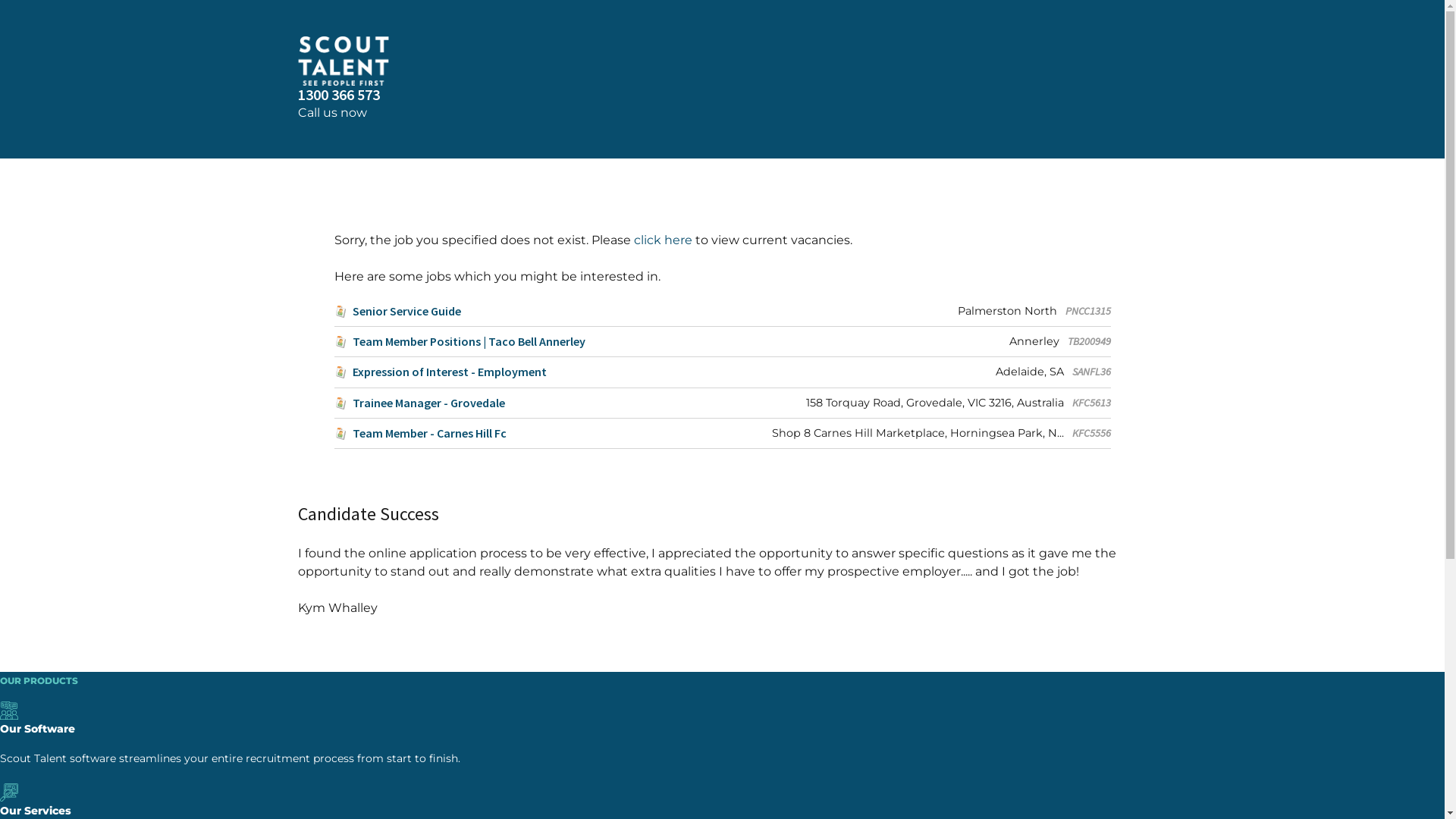 This screenshot has width=1456, height=819. What do you see at coordinates (439, 372) in the screenshot?
I see `'Expression of Interest - Employment'` at bounding box center [439, 372].